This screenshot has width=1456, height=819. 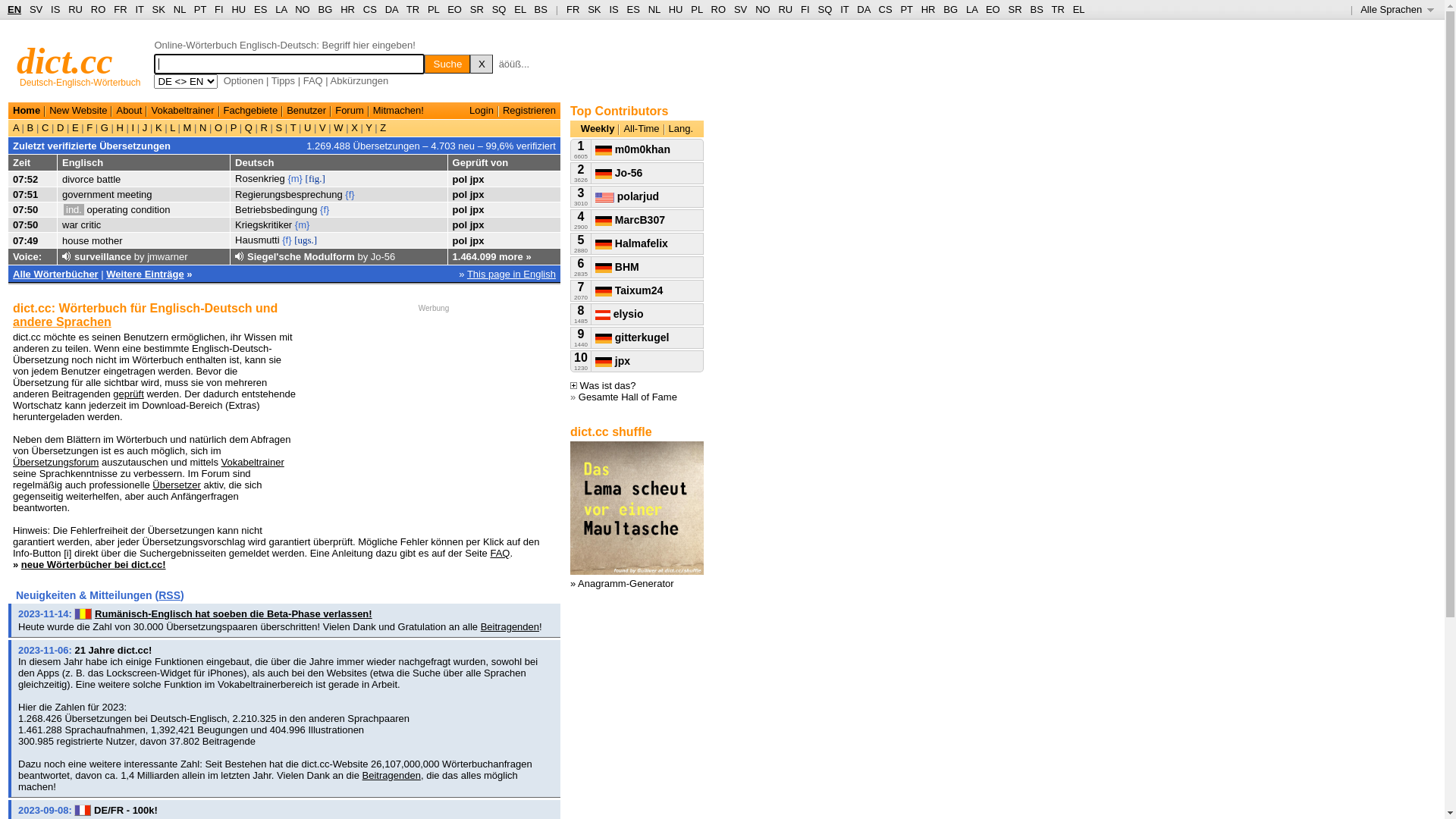 I want to click on 'D', so click(x=60, y=127).